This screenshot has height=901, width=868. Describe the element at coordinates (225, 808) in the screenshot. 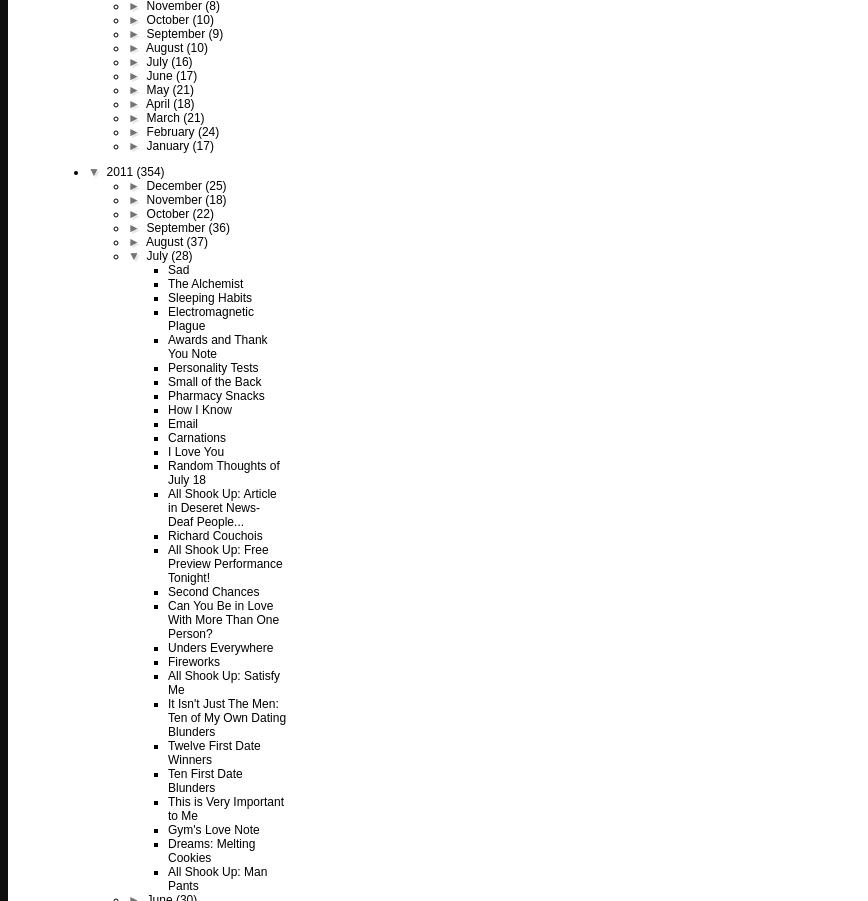

I see `'This is Very Important to Me'` at that location.